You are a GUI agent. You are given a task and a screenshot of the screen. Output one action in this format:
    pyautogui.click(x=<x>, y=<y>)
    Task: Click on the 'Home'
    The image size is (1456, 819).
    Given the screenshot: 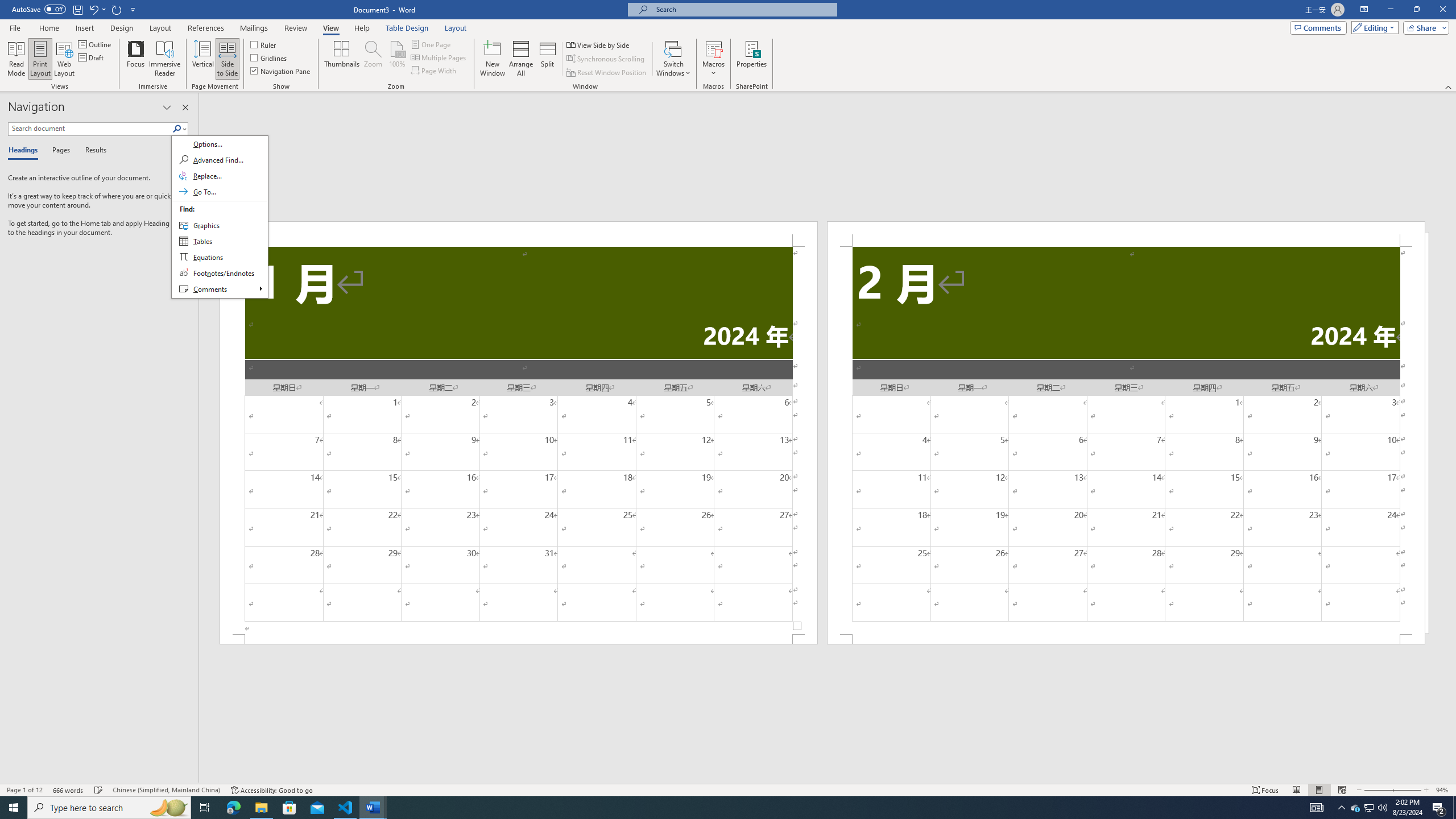 What is the action you would take?
    pyautogui.click(x=48, y=28)
    